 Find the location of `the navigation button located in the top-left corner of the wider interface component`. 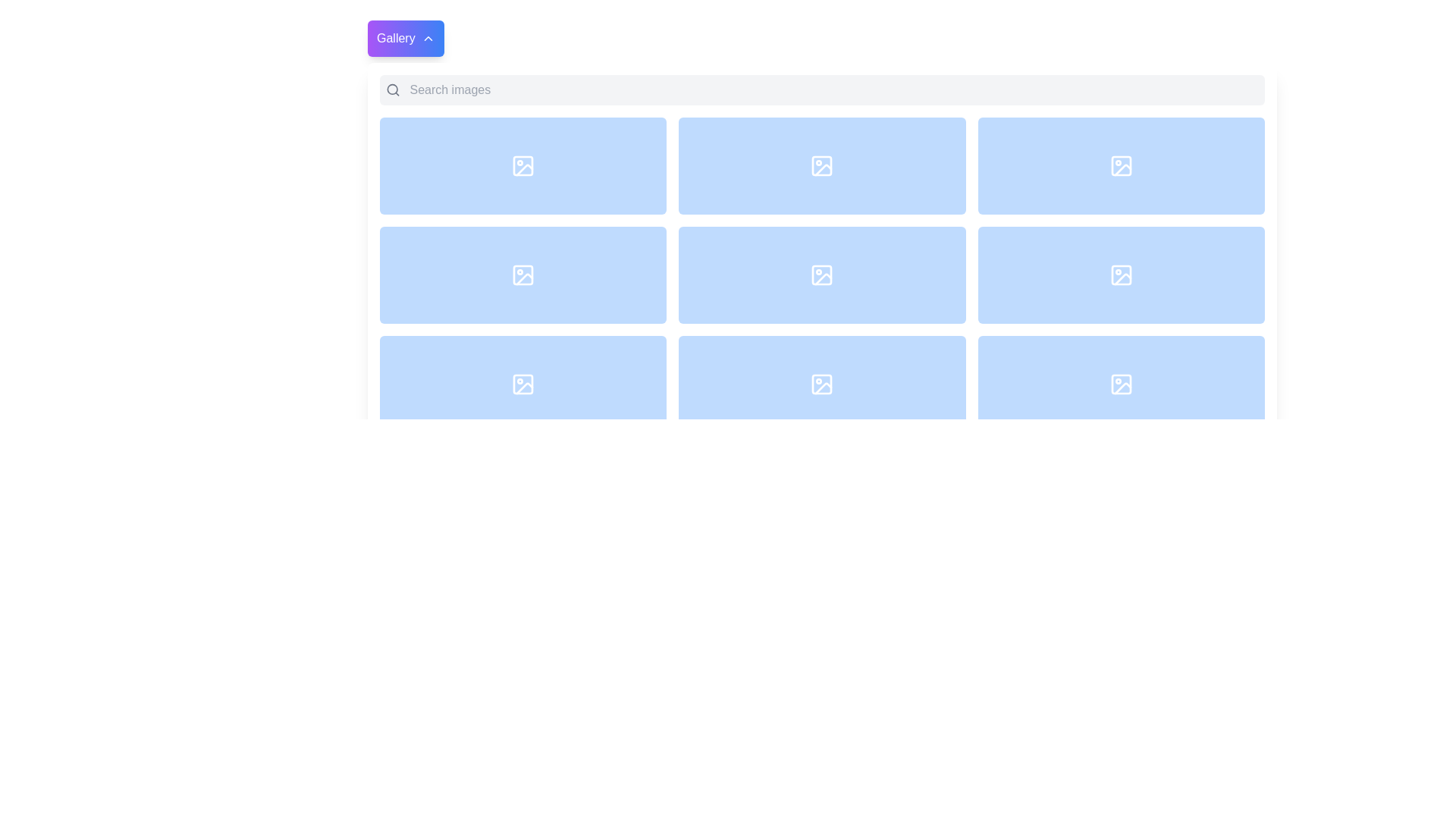

the navigation button located in the top-left corner of the wider interface component is located at coordinates (406, 37).